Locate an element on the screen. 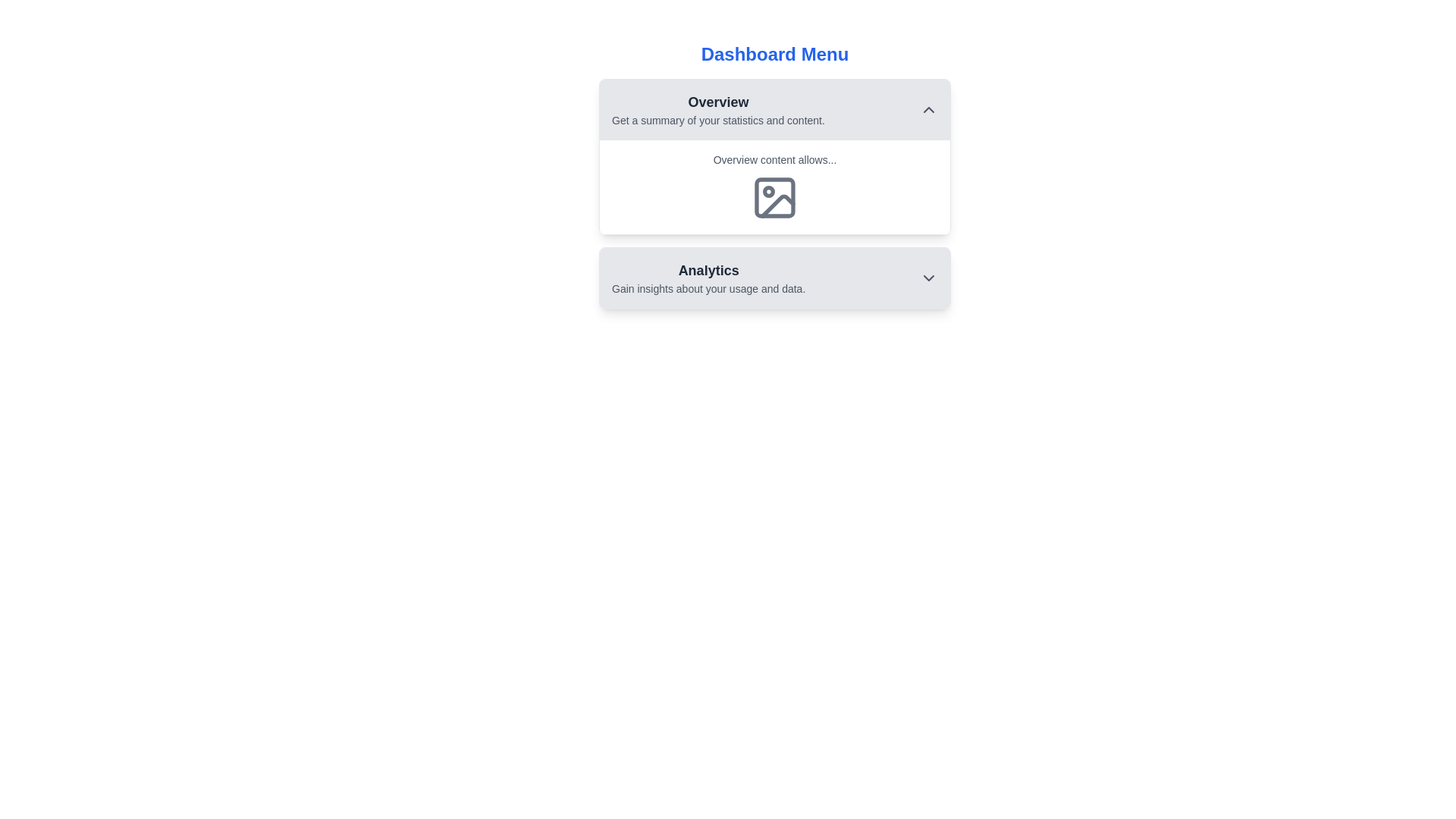  the 'Overview' icon located in the dashboard menu, which serves as a visual representation for the summary or preview feature is located at coordinates (775, 197).